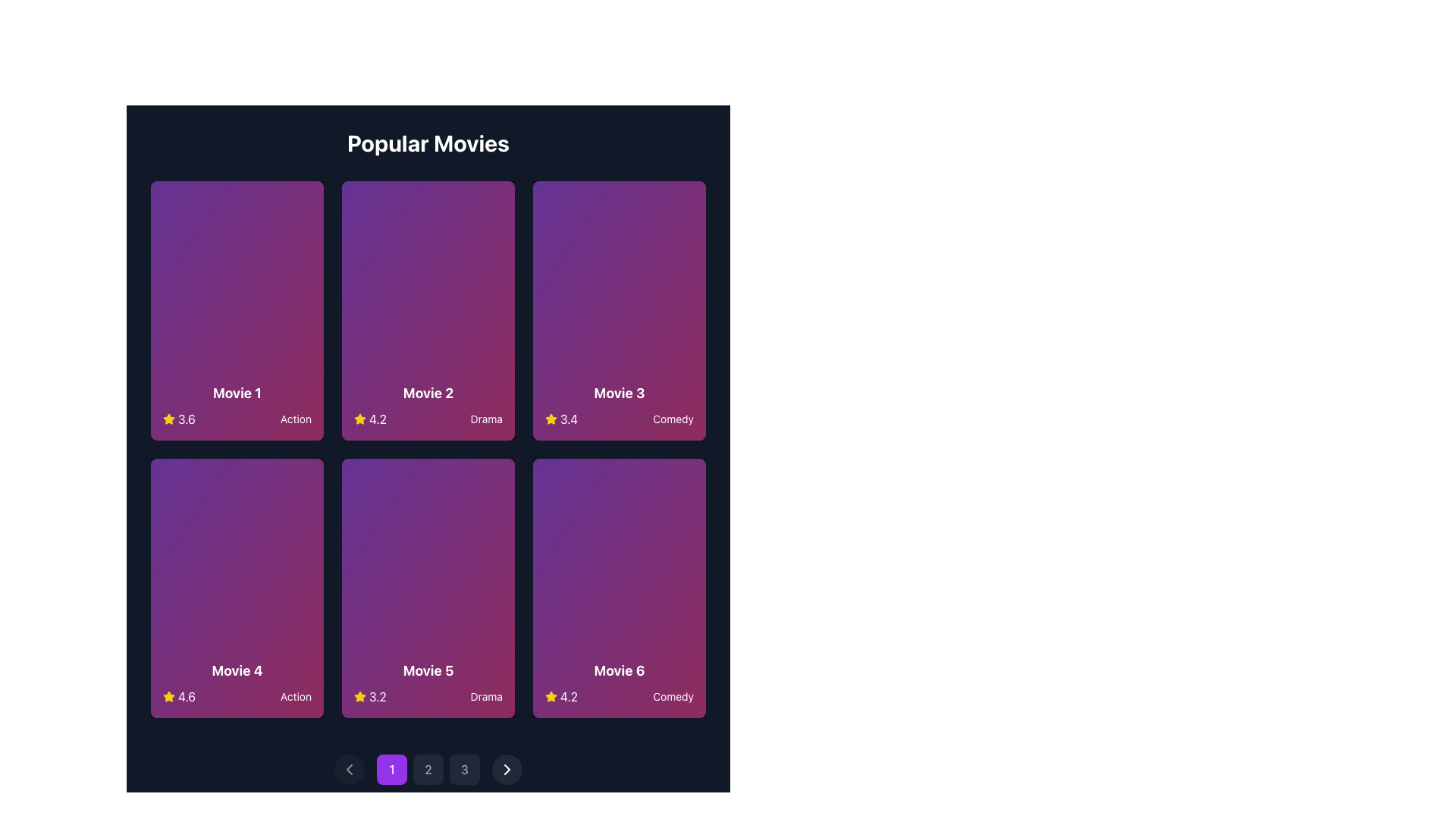 The image size is (1456, 819). Describe the element at coordinates (296, 419) in the screenshot. I see `the genre label indicating 'Action' located at the bottom right corner of the card for 'Movie 1'` at that location.